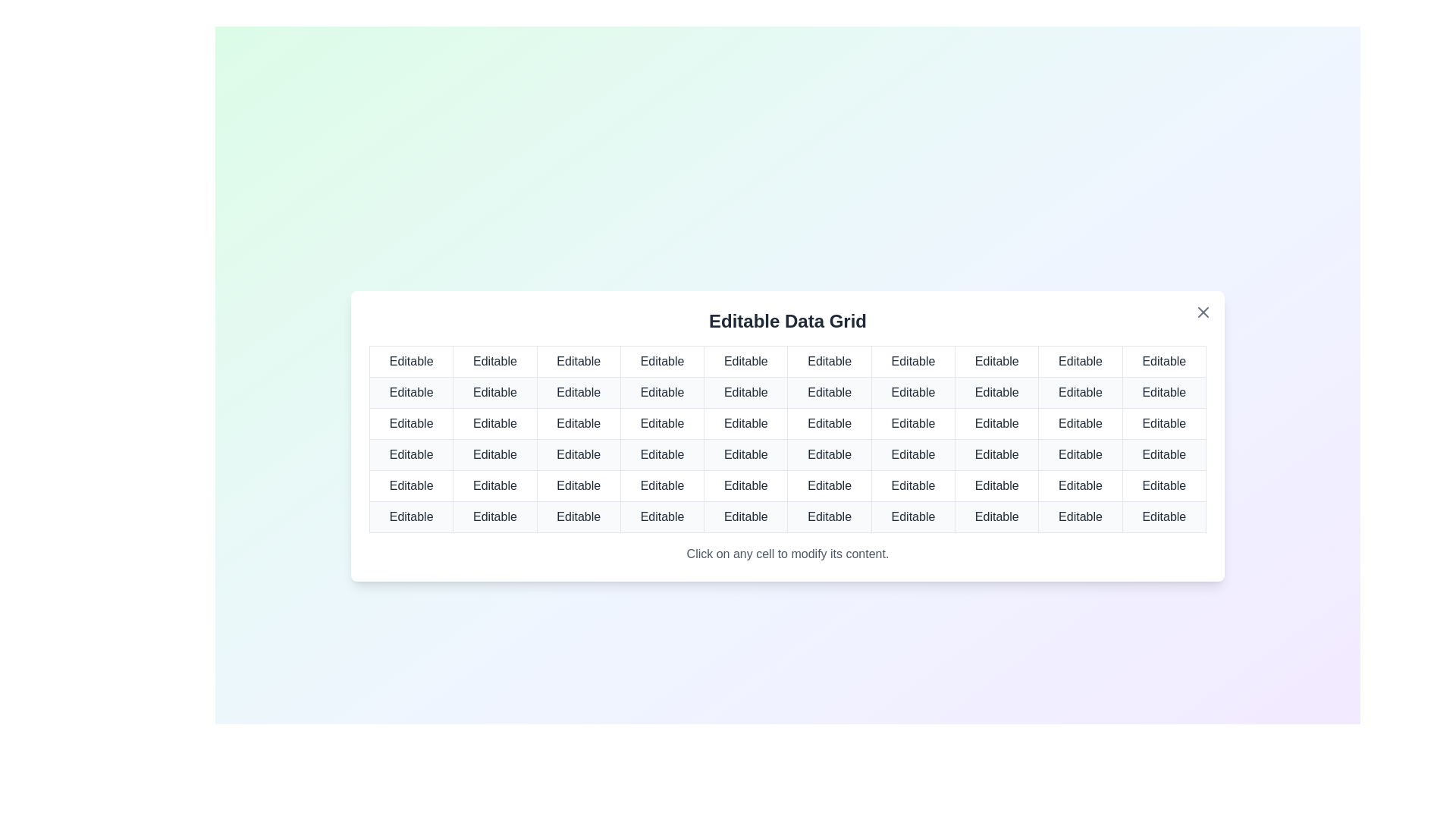  What do you see at coordinates (1203, 311) in the screenshot?
I see `the close button to close the dialog` at bounding box center [1203, 311].